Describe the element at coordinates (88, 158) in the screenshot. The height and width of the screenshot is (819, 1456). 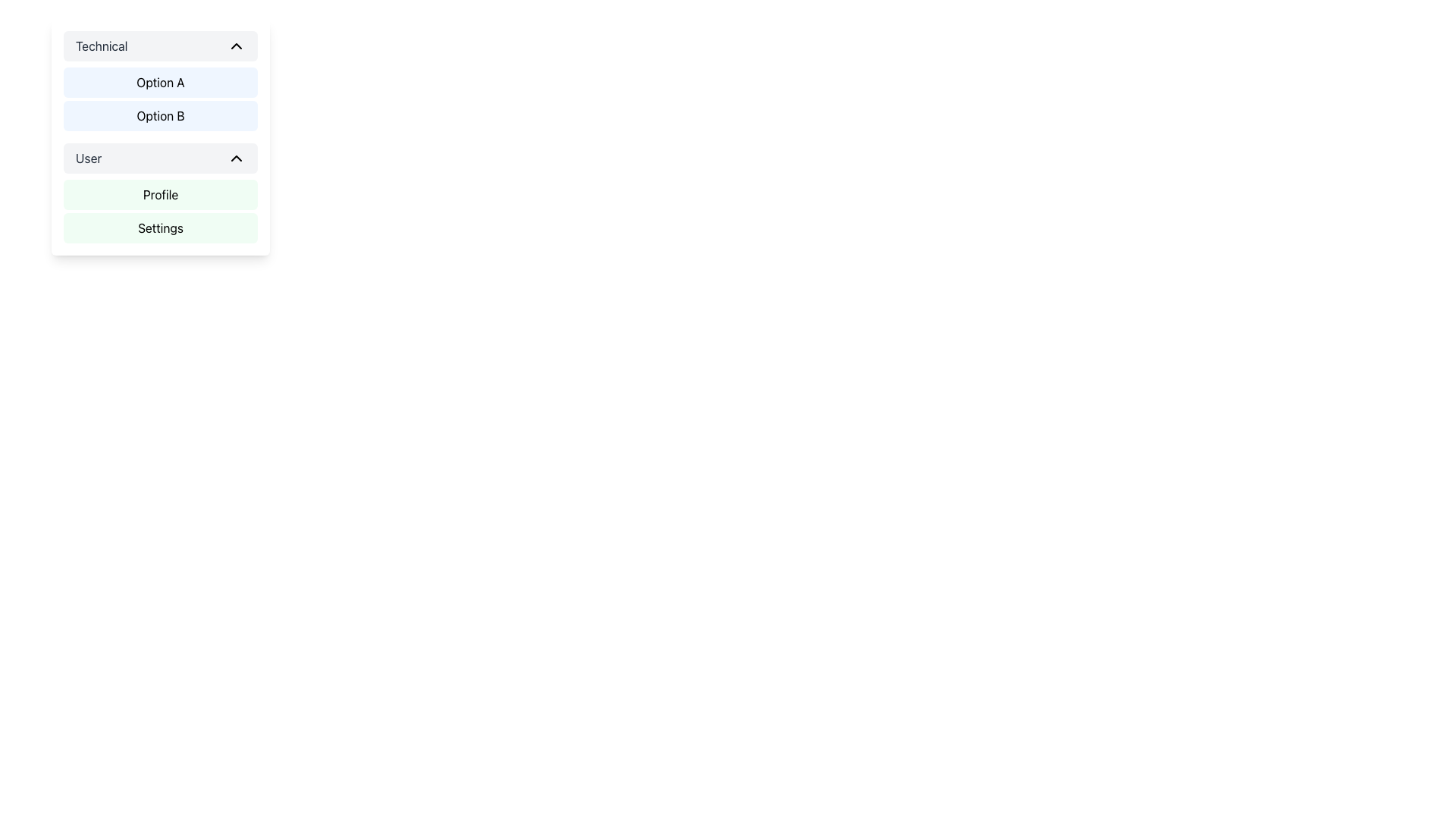
I see `the text label reading 'User', which is styled in dark gray against a light gray background and is centered horizontally within its bounding area` at that location.